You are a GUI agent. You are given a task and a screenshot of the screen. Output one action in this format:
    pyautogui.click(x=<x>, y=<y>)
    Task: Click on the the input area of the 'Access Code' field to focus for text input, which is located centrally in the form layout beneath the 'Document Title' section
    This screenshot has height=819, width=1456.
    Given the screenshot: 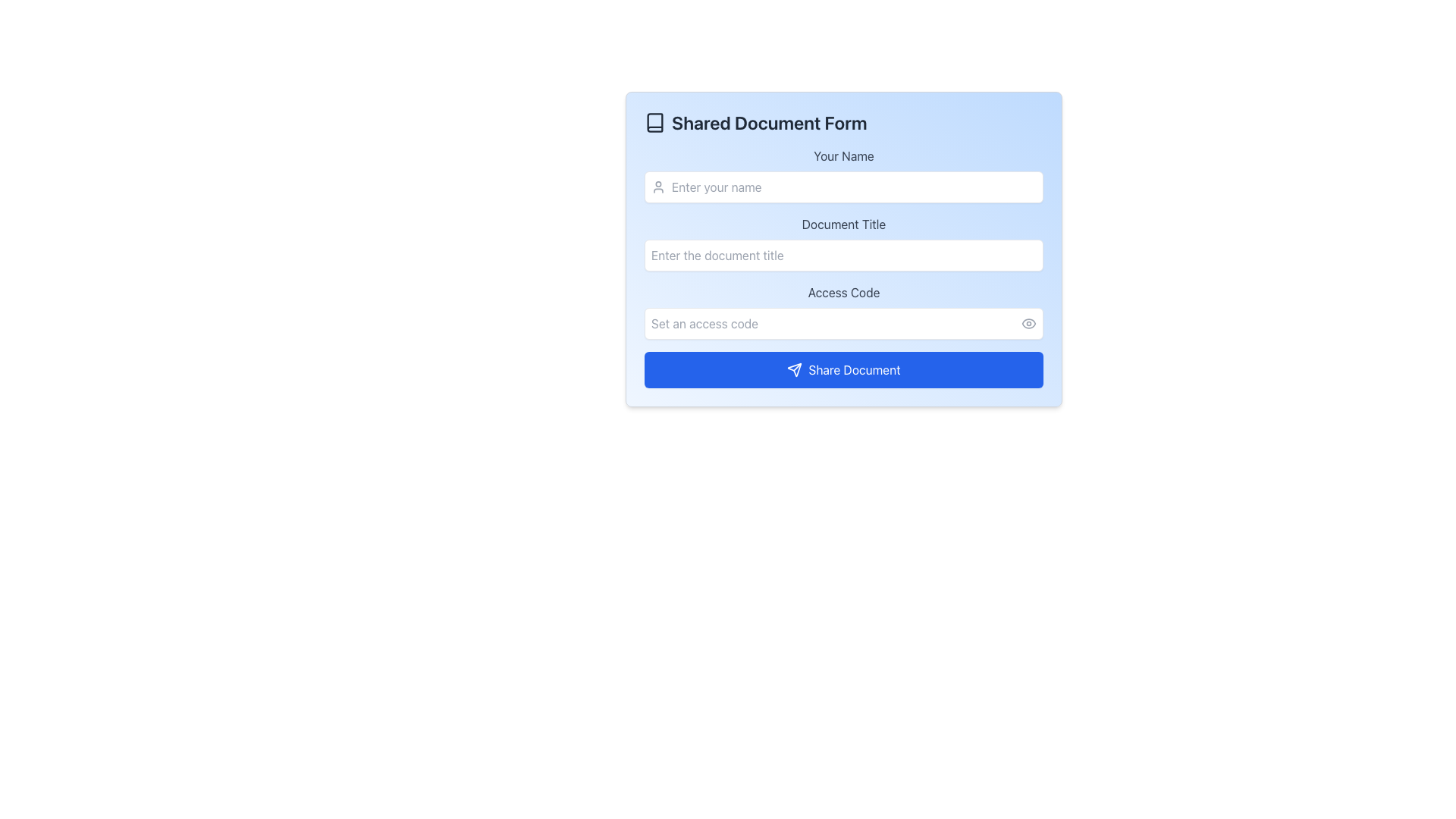 What is the action you would take?
    pyautogui.click(x=843, y=311)
    